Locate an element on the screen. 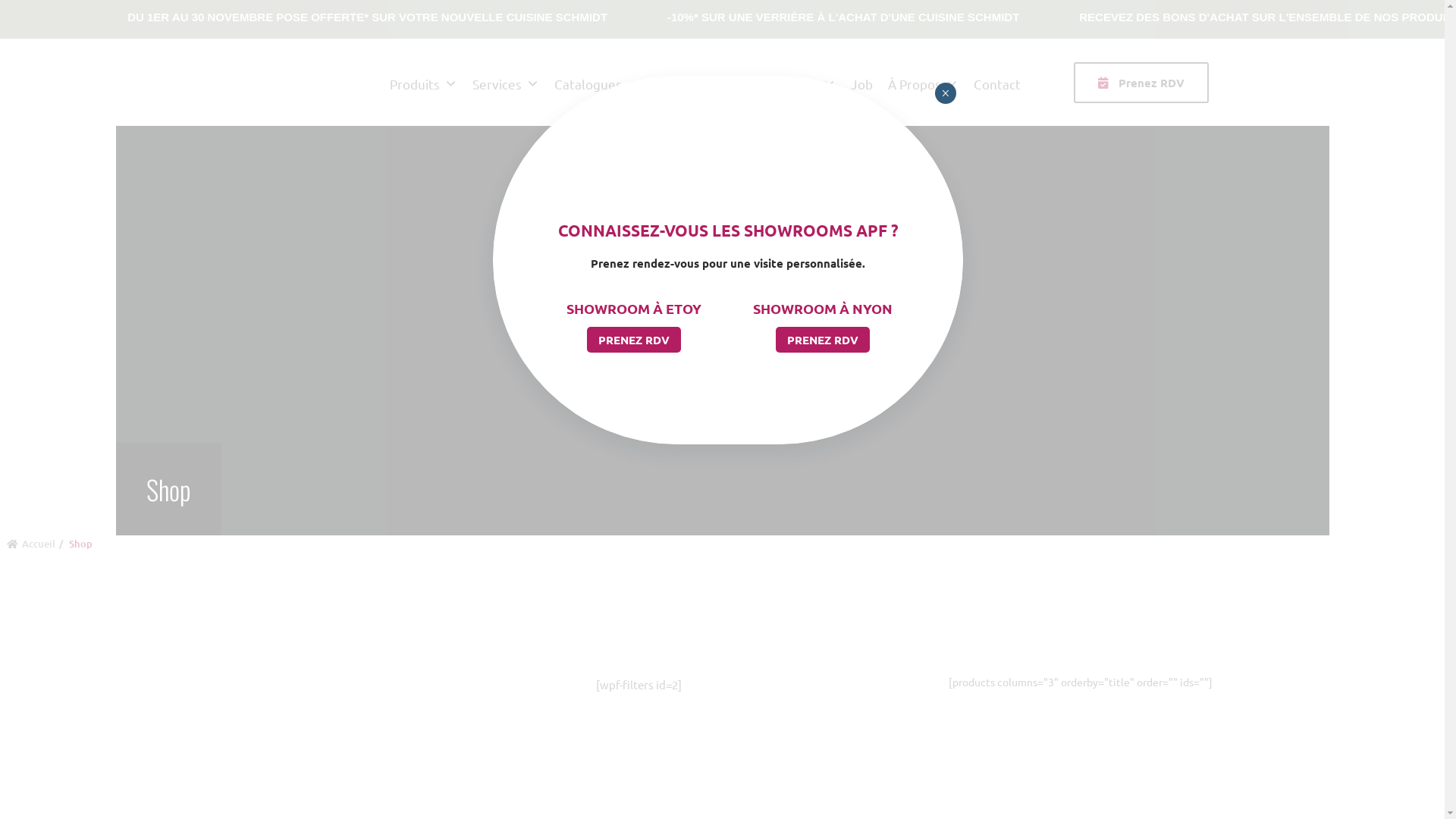 The height and width of the screenshot is (819, 1456). 'Job' is located at coordinates (861, 82).